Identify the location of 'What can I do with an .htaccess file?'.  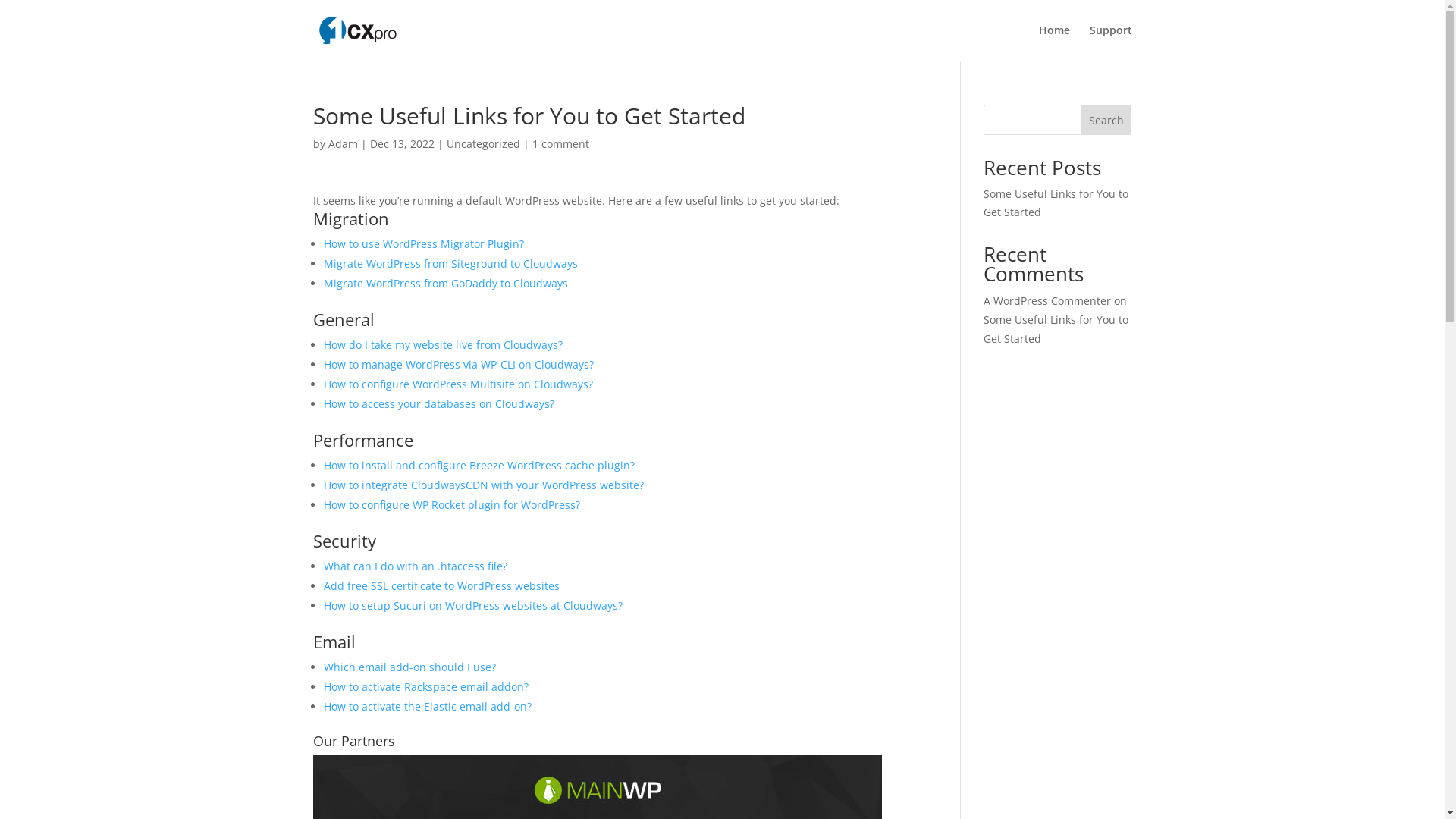
(415, 566).